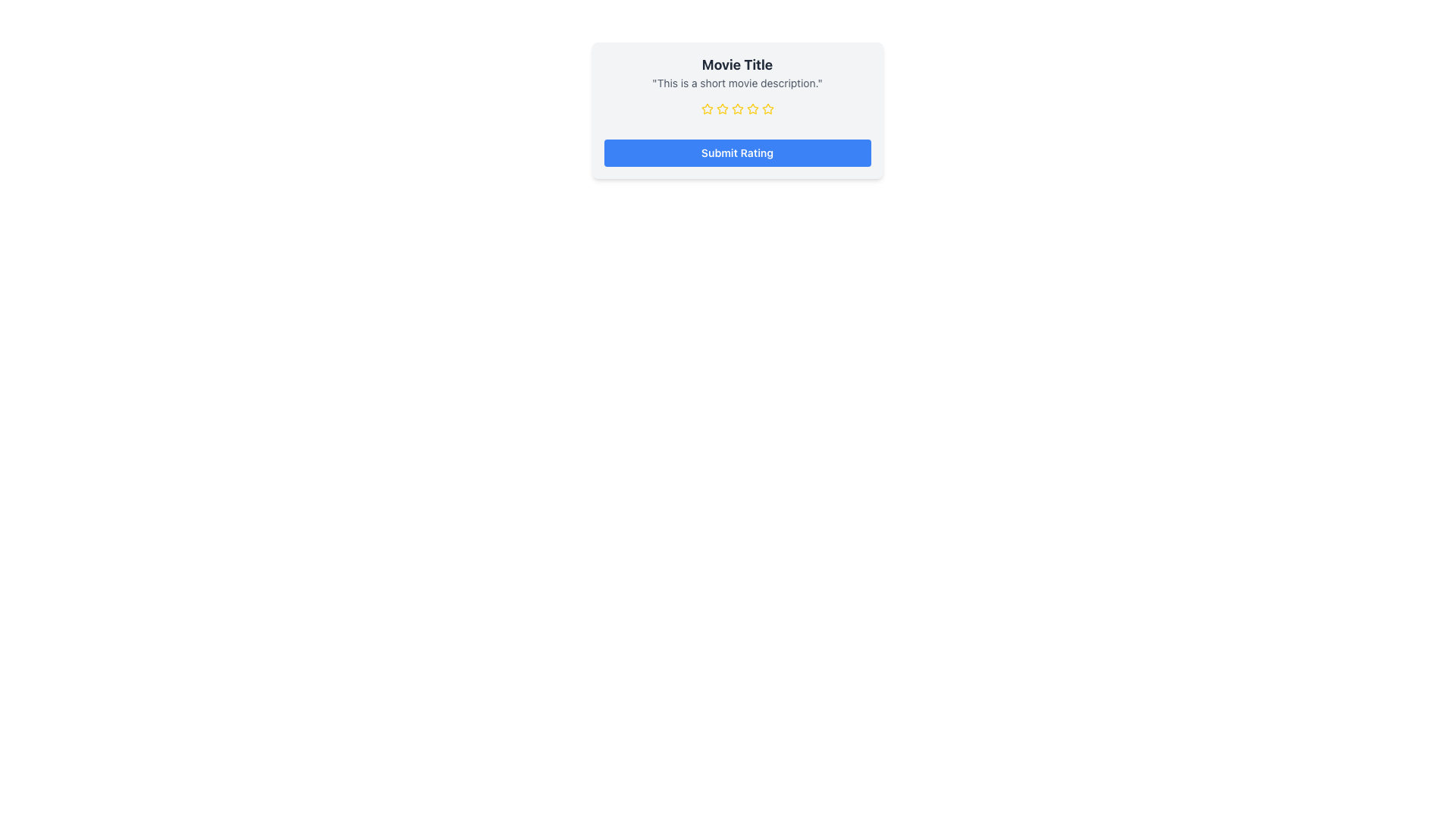 The height and width of the screenshot is (819, 1456). What do you see at coordinates (737, 83) in the screenshot?
I see `the text snippet reading 'This is a short movie description.' which is styled with a smaller font size and grey color, located in the content area of a card layout directly below the 'Movie Title' heading` at bounding box center [737, 83].